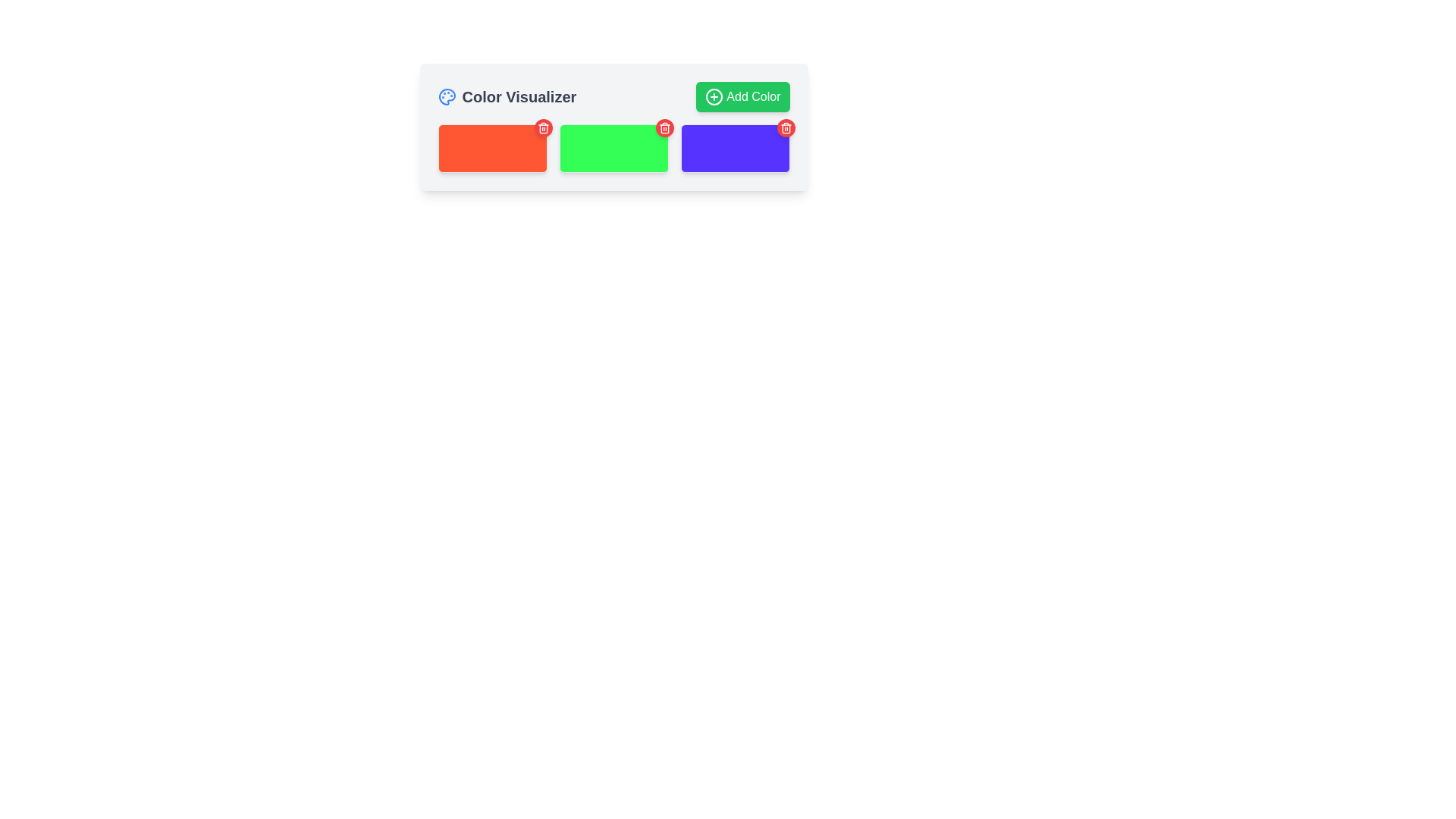 The image size is (1456, 819). What do you see at coordinates (613, 149) in the screenshot?
I see `the green color display box located in the middle of the row of three boxes within the 'Color Visualizer' section` at bounding box center [613, 149].